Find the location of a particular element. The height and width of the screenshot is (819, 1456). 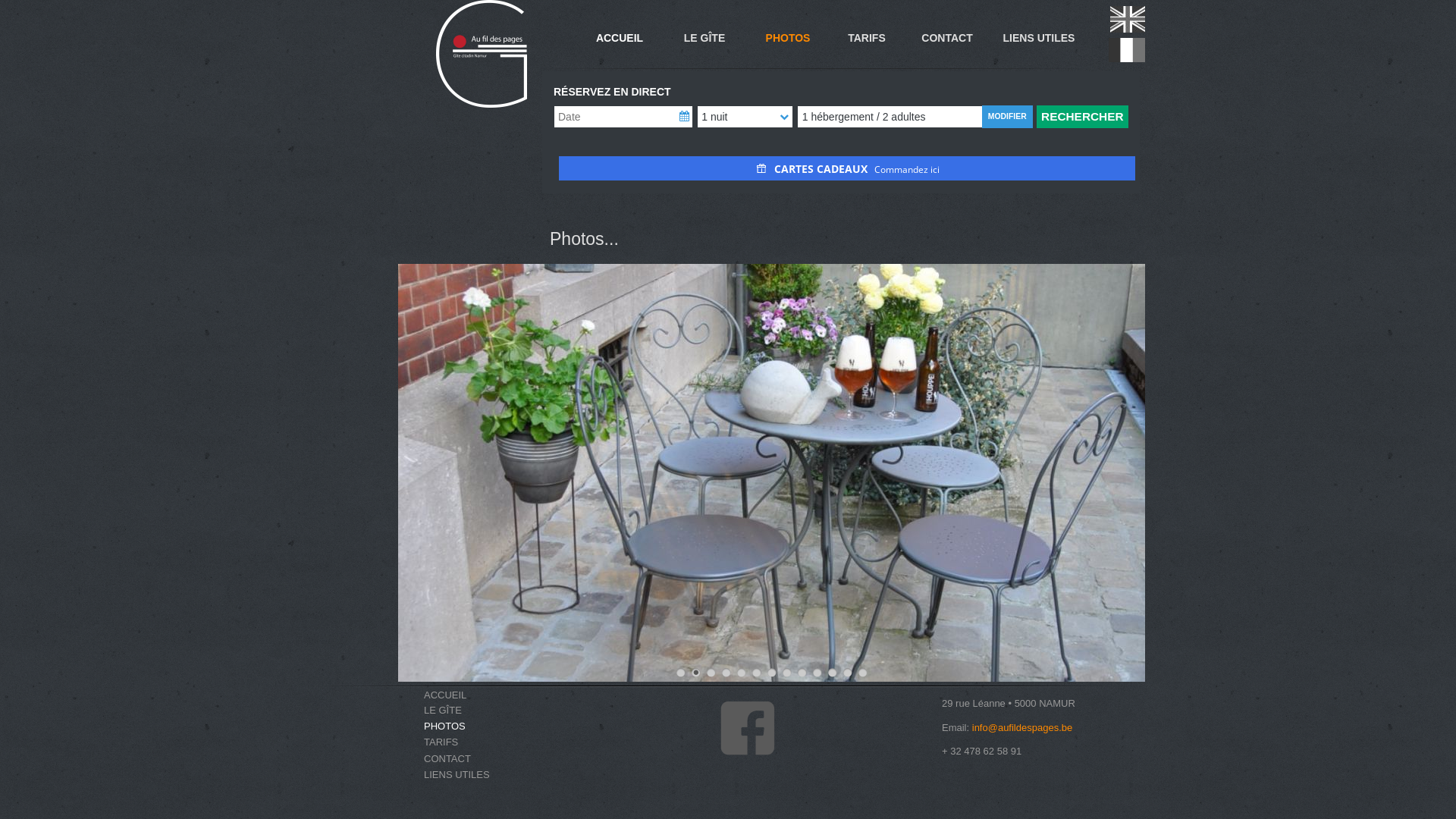

'TARIFS' is located at coordinates (866, 37).